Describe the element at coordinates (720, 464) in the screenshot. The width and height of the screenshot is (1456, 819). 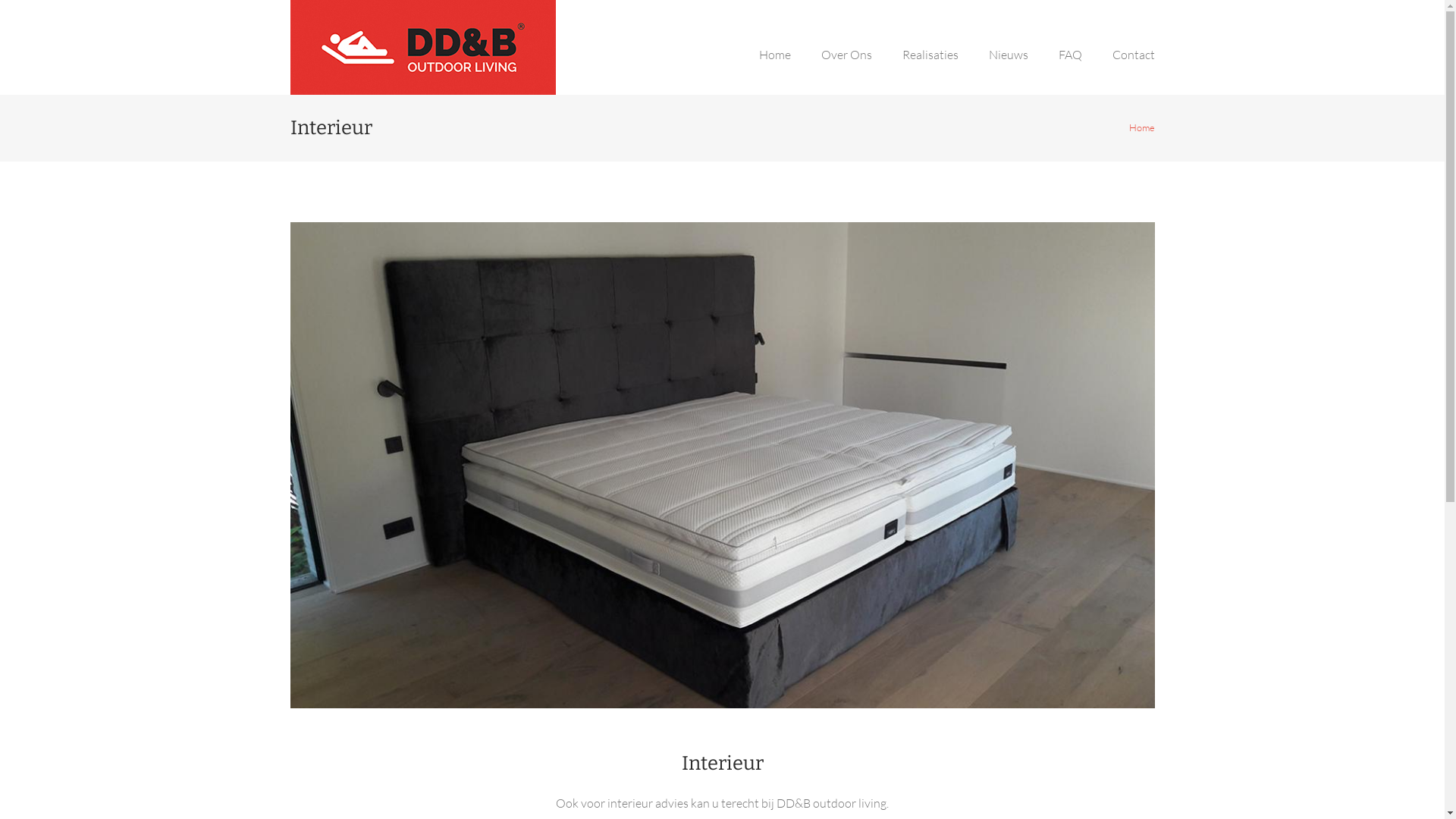
I see `'Interieur'` at that location.